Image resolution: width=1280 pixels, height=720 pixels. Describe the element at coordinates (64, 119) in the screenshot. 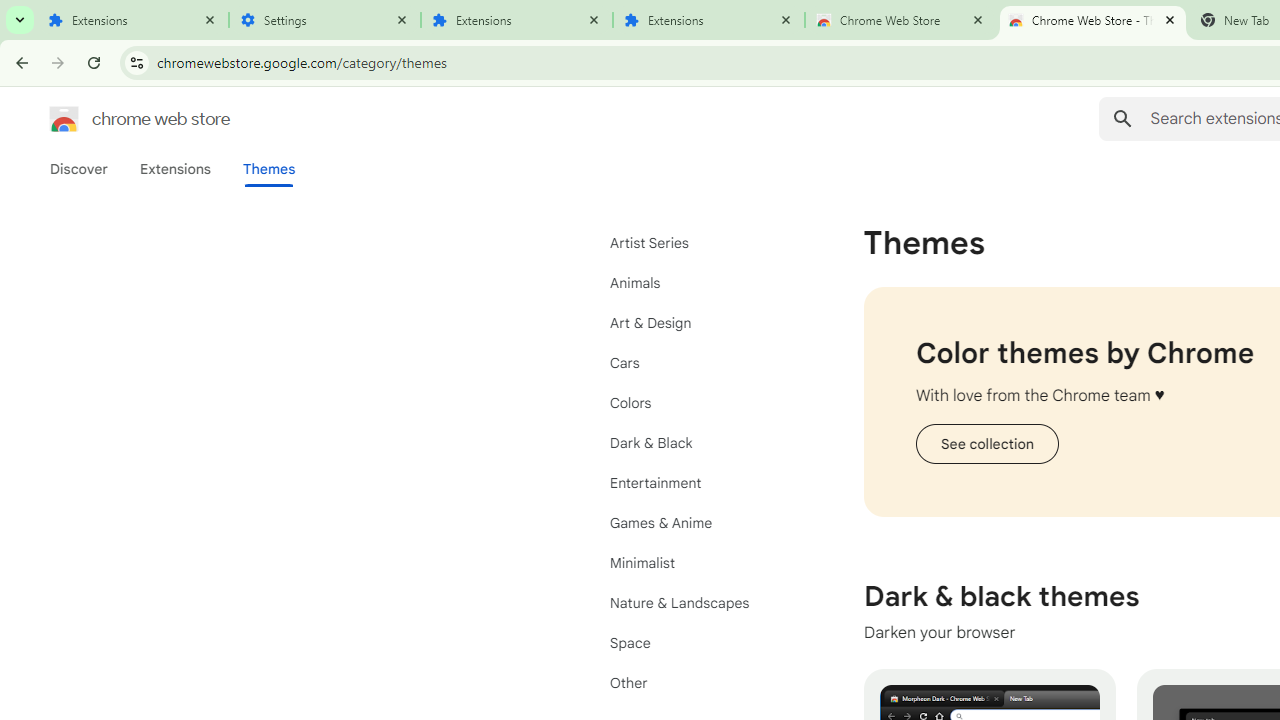

I see `'Chrome Web Store logo'` at that location.